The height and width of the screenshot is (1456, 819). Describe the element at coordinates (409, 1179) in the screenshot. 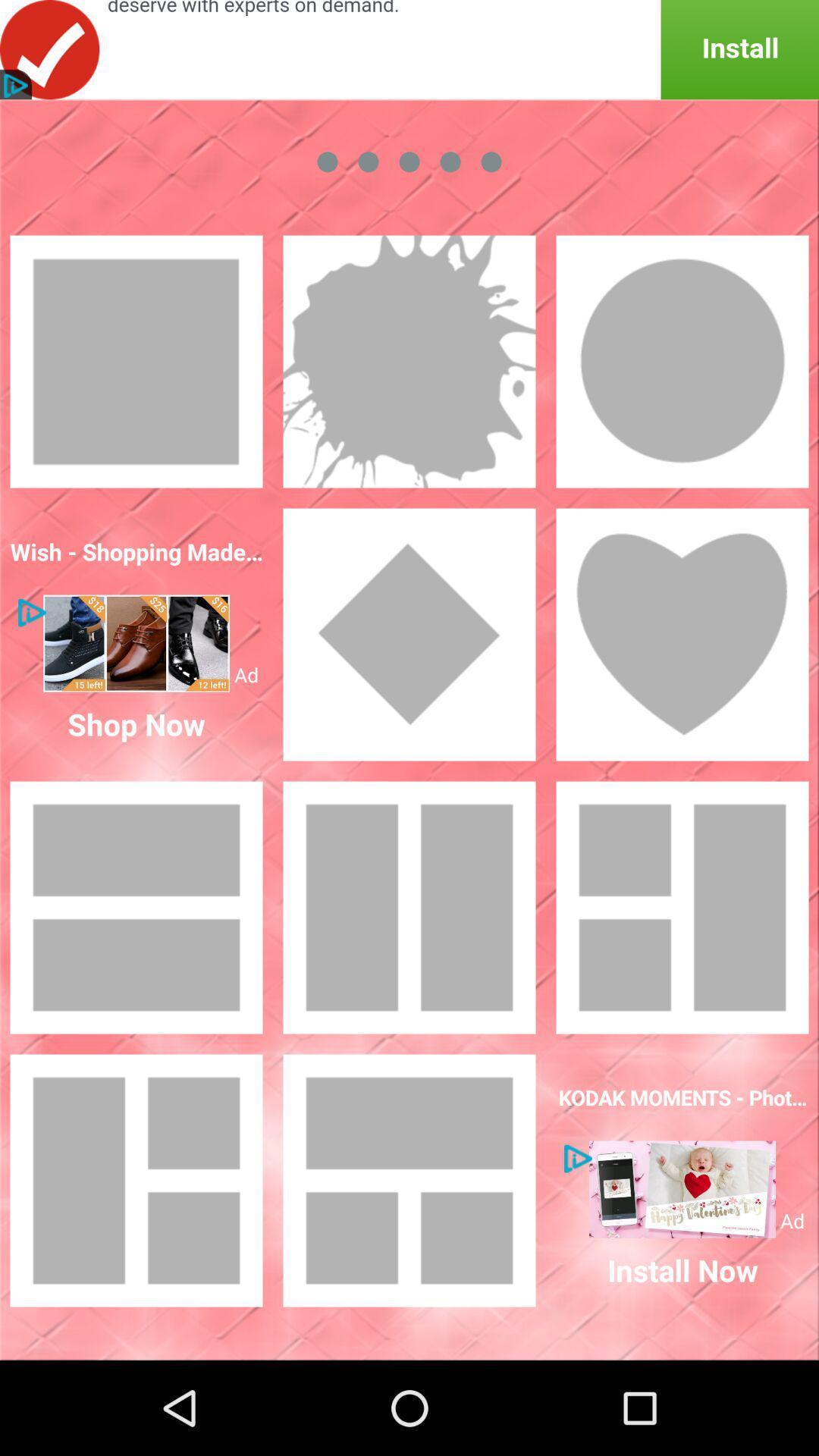

I see `photo adding icon` at that location.